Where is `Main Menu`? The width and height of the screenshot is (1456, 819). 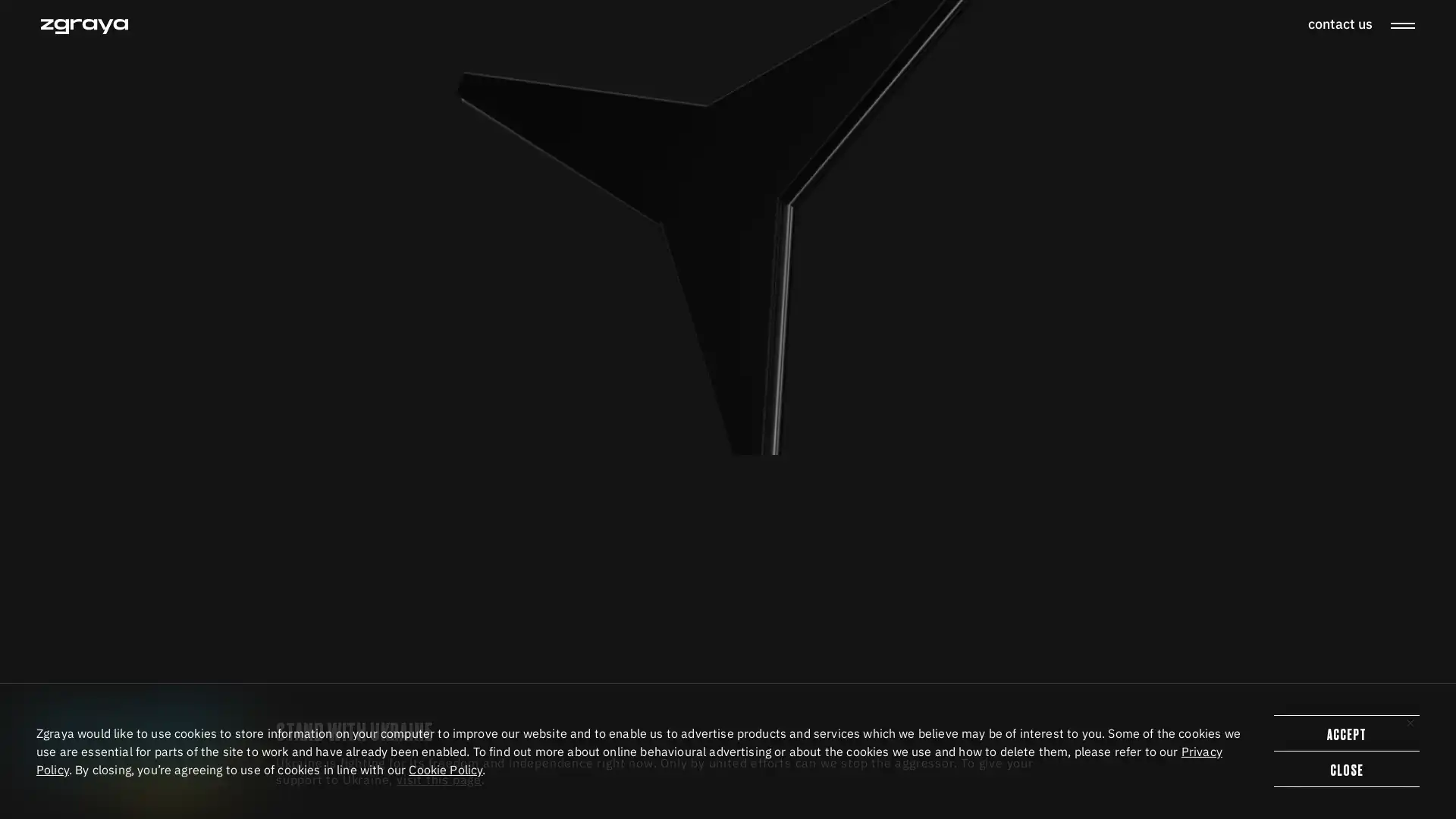 Main Menu is located at coordinates (1401, 26).